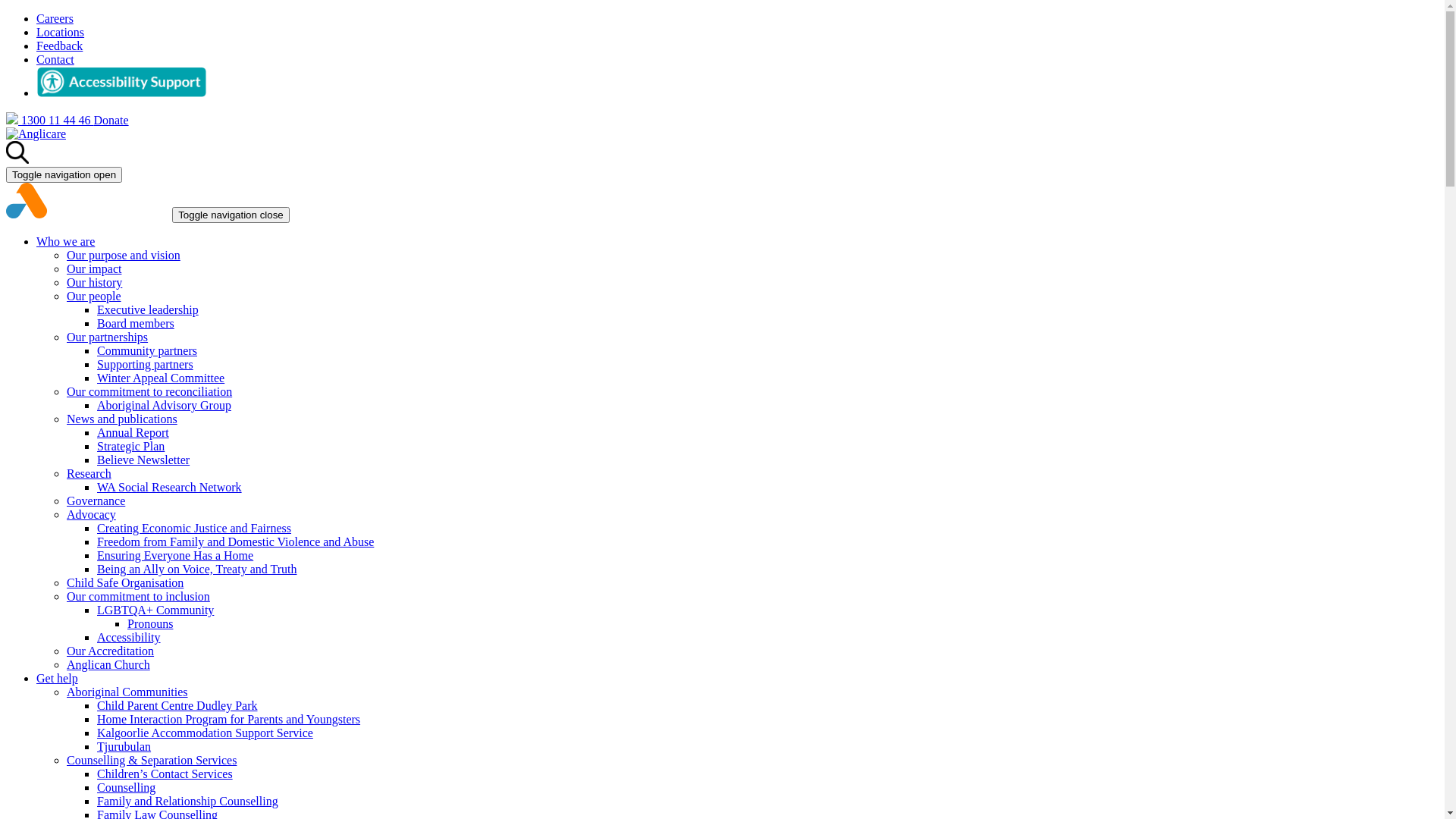 The height and width of the screenshot is (819, 1456). Describe the element at coordinates (148, 309) in the screenshot. I see `'Executive leadership'` at that location.